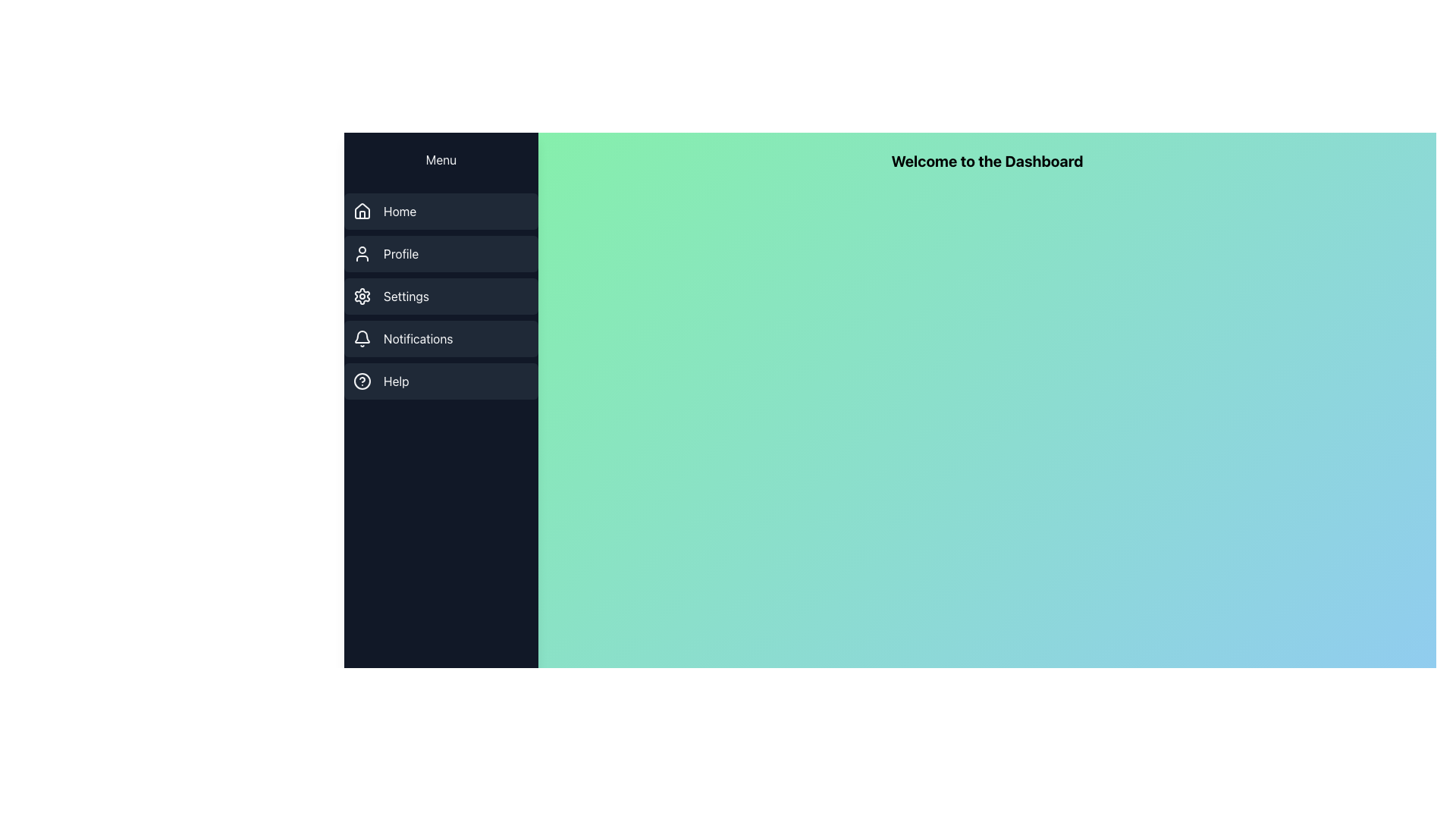 This screenshot has height=819, width=1456. Describe the element at coordinates (362, 380) in the screenshot. I see `the inner circle of the 'Help' menu item in the vertical navigation menu, which is a circular SVG component styled with a gray color and located within a button-like item` at that location.